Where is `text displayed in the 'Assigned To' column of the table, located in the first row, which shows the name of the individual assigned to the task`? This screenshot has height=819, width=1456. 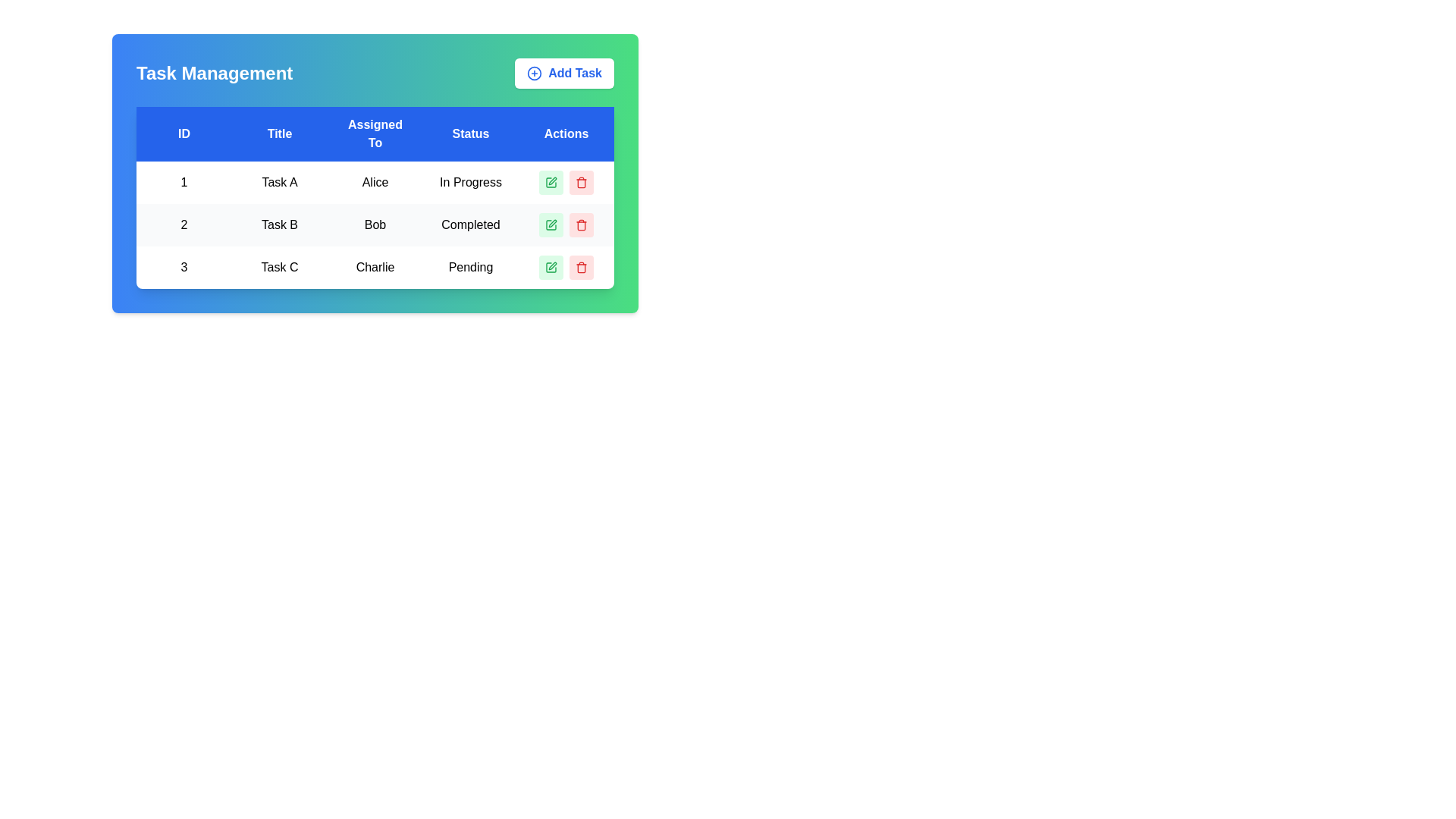
text displayed in the 'Assigned To' column of the table, located in the first row, which shows the name of the individual assigned to the task is located at coordinates (375, 181).